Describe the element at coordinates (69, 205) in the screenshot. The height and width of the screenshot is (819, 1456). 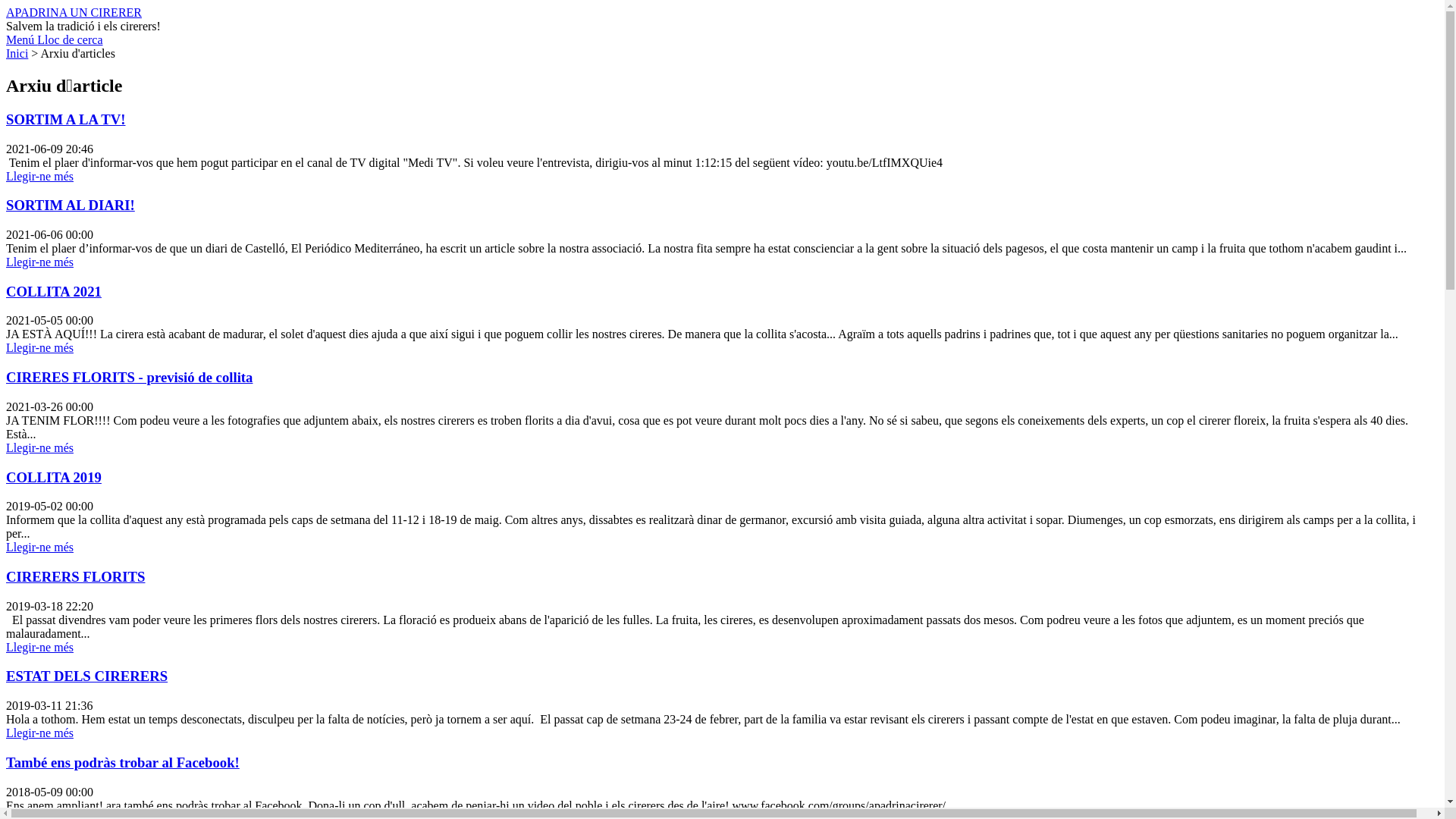
I see `'SORTIM AL DIARI!'` at that location.